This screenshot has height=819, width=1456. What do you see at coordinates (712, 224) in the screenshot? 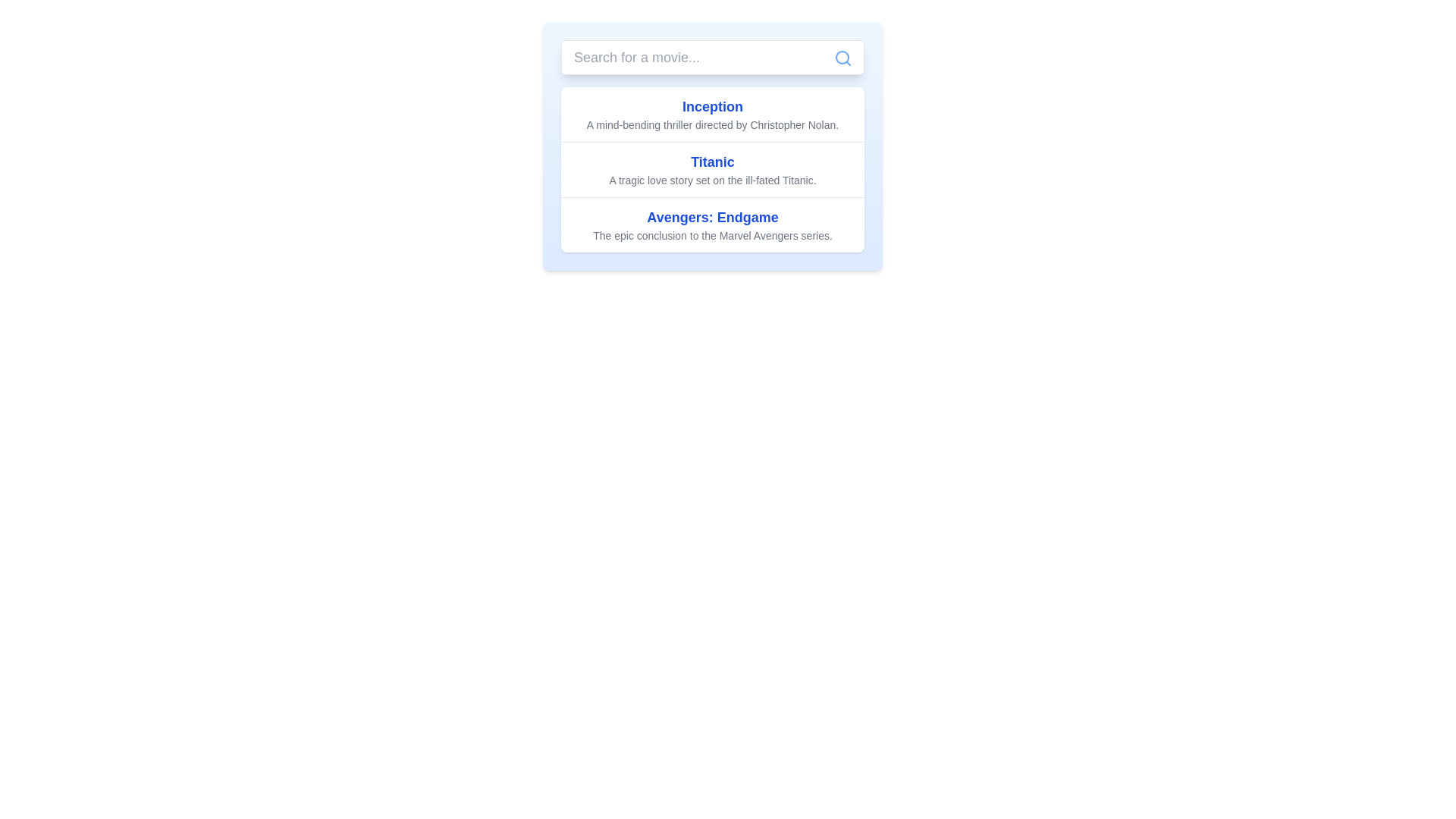
I see `the selectable card representing the movie 'Avengers: Endgame' in the list of movies` at bounding box center [712, 224].